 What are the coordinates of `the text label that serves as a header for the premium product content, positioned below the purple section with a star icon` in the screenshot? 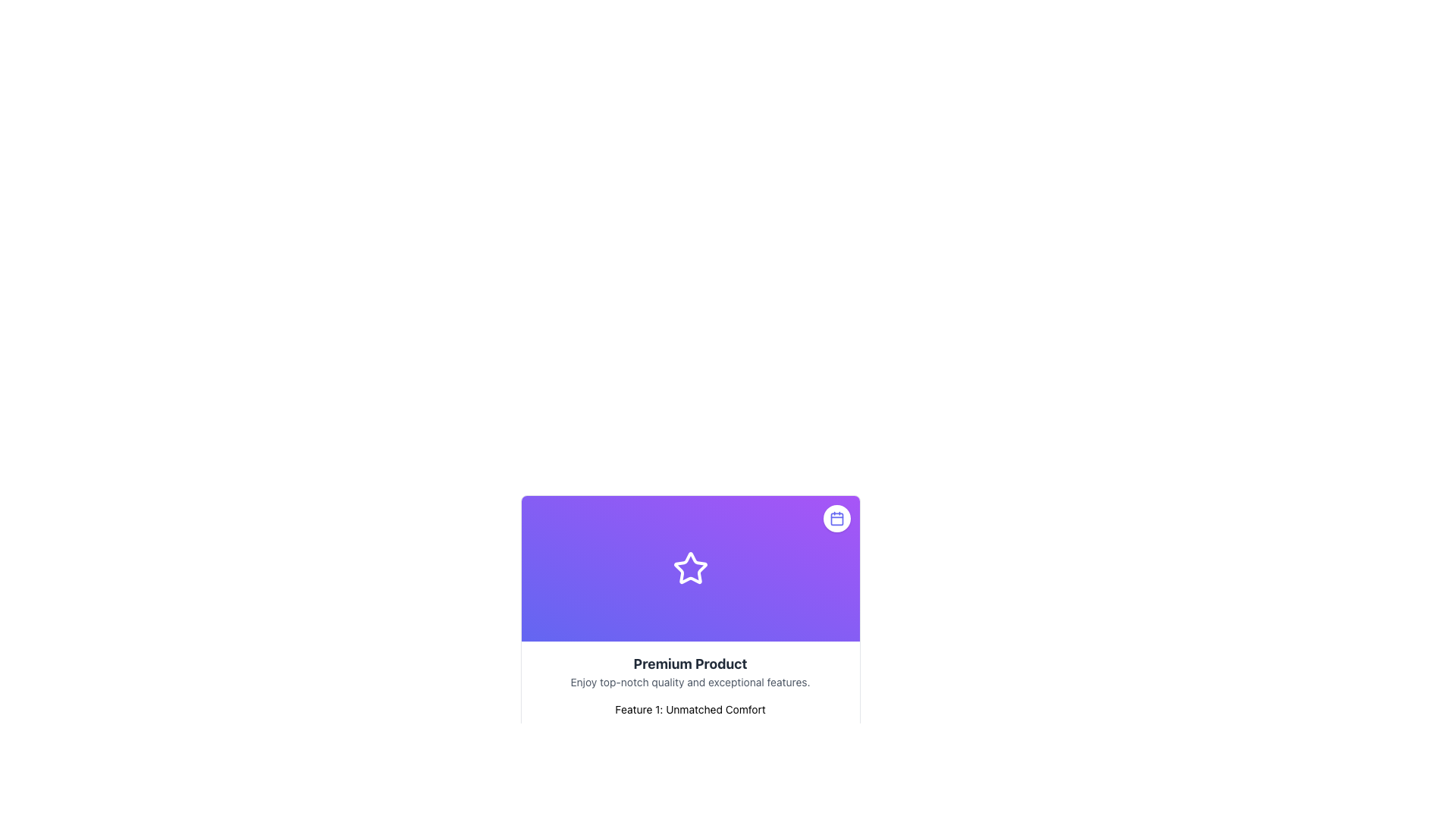 It's located at (689, 663).